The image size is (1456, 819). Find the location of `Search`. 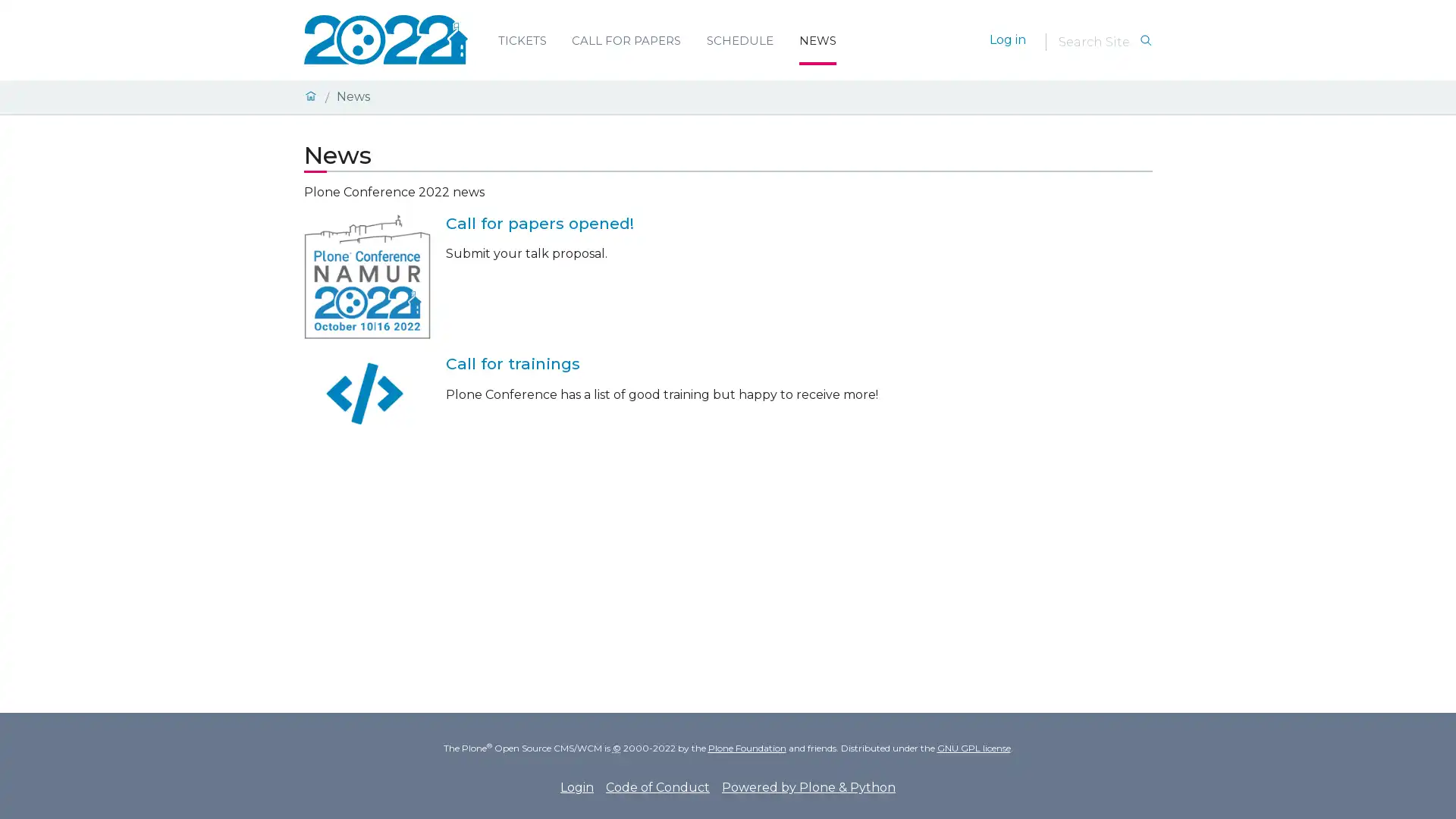

Search is located at coordinates (1145, 40).